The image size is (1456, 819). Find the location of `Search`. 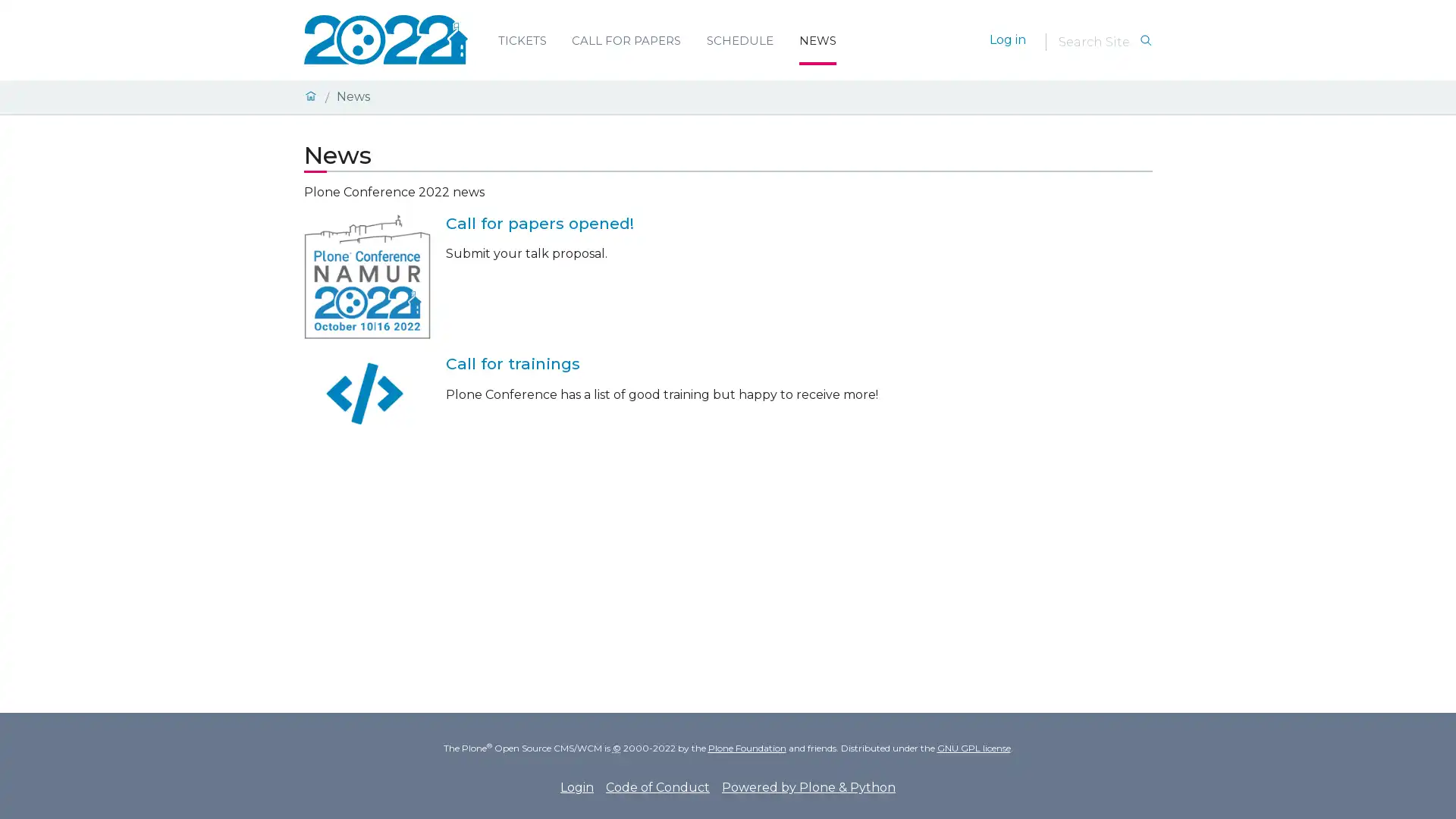

Search is located at coordinates (1145, 40).